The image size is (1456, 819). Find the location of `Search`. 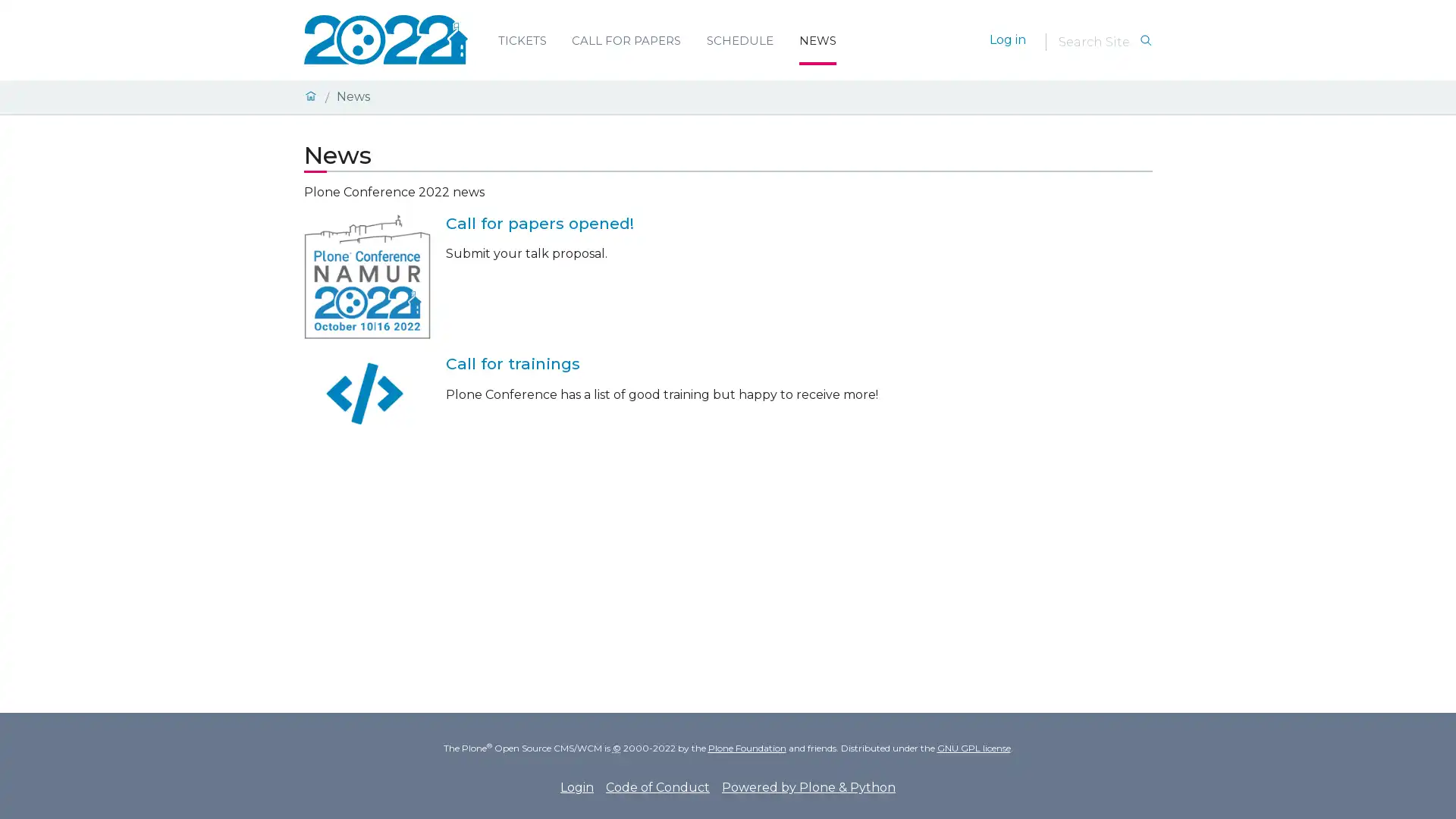

Search is located at coordinates (1145, 40).